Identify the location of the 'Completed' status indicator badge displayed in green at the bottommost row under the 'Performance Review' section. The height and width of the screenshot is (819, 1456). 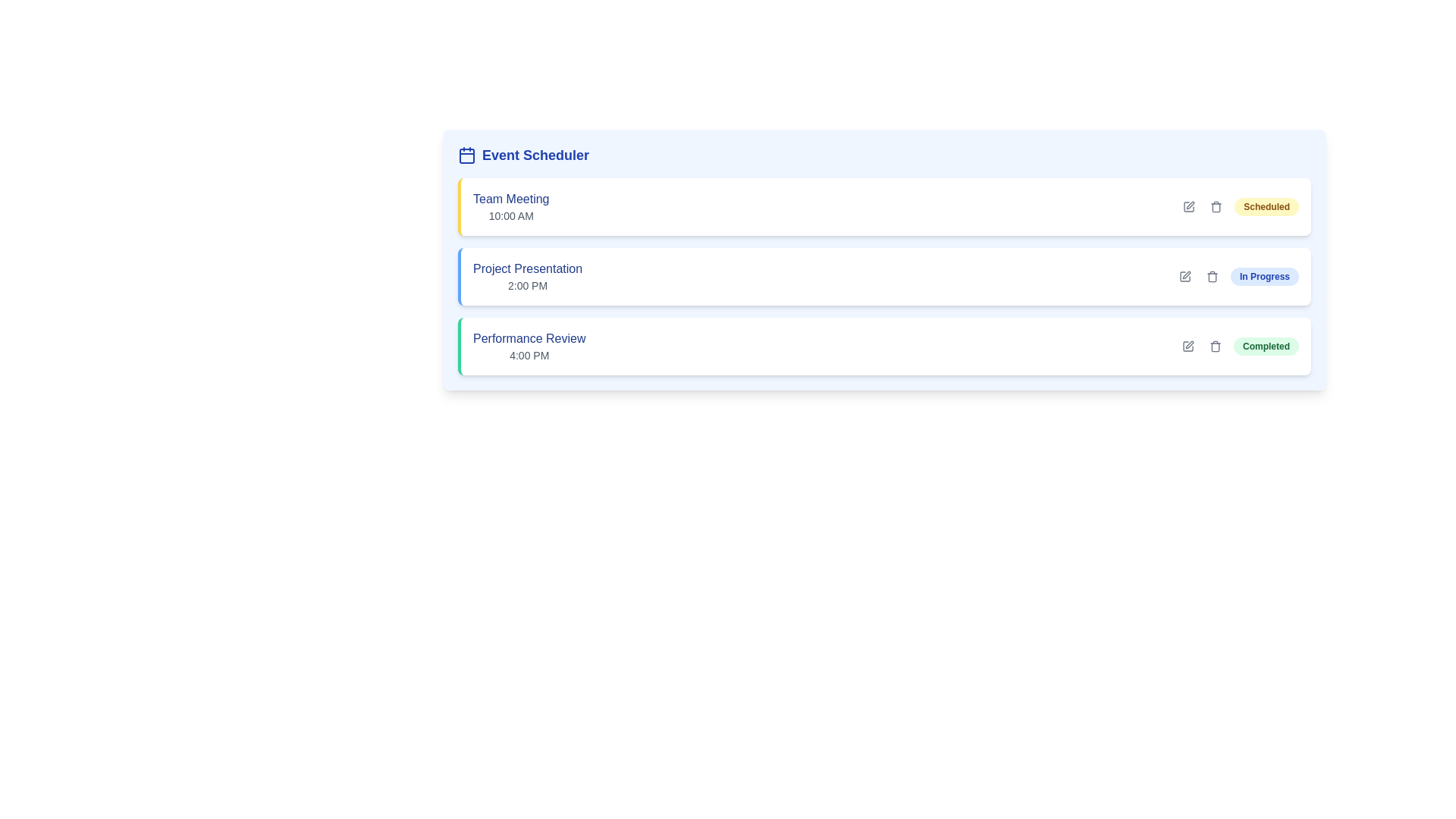
(1238, 346).